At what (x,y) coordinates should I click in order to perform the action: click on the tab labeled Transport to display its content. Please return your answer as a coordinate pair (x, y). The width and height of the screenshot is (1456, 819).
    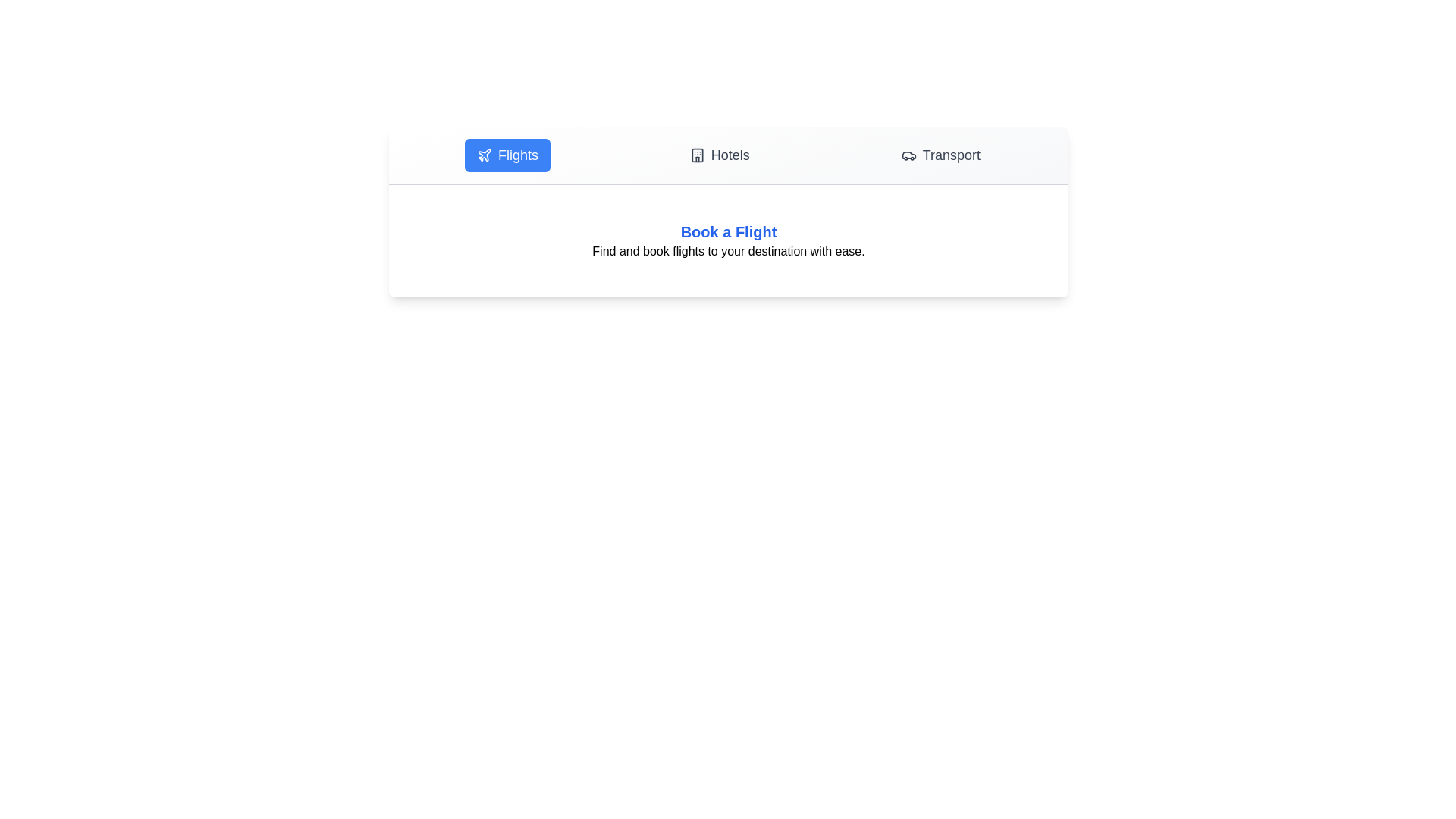
    Looking at the image, I should click on (940, 155).